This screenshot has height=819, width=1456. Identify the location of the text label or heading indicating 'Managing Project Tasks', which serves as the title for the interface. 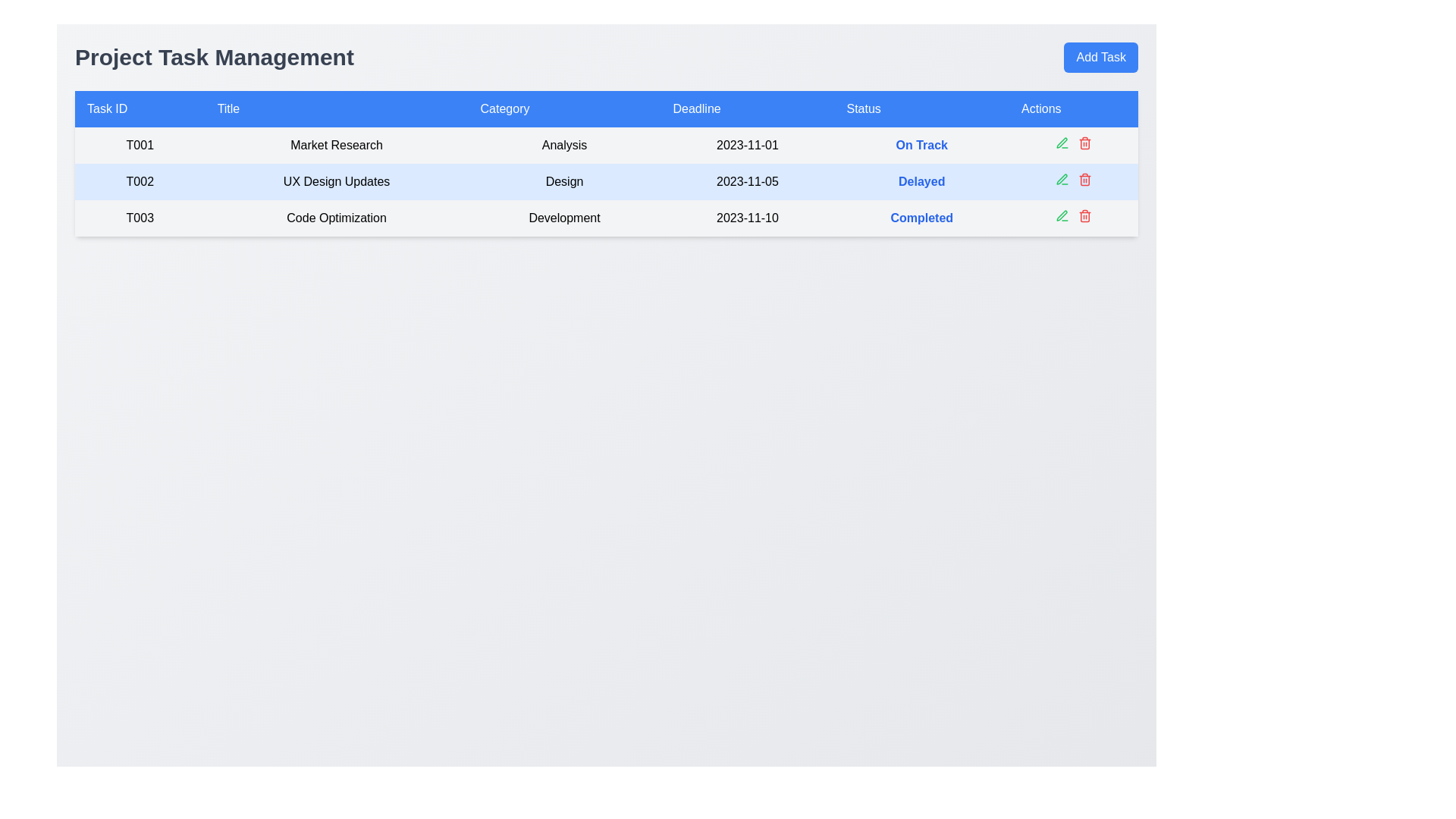
(214, 57).